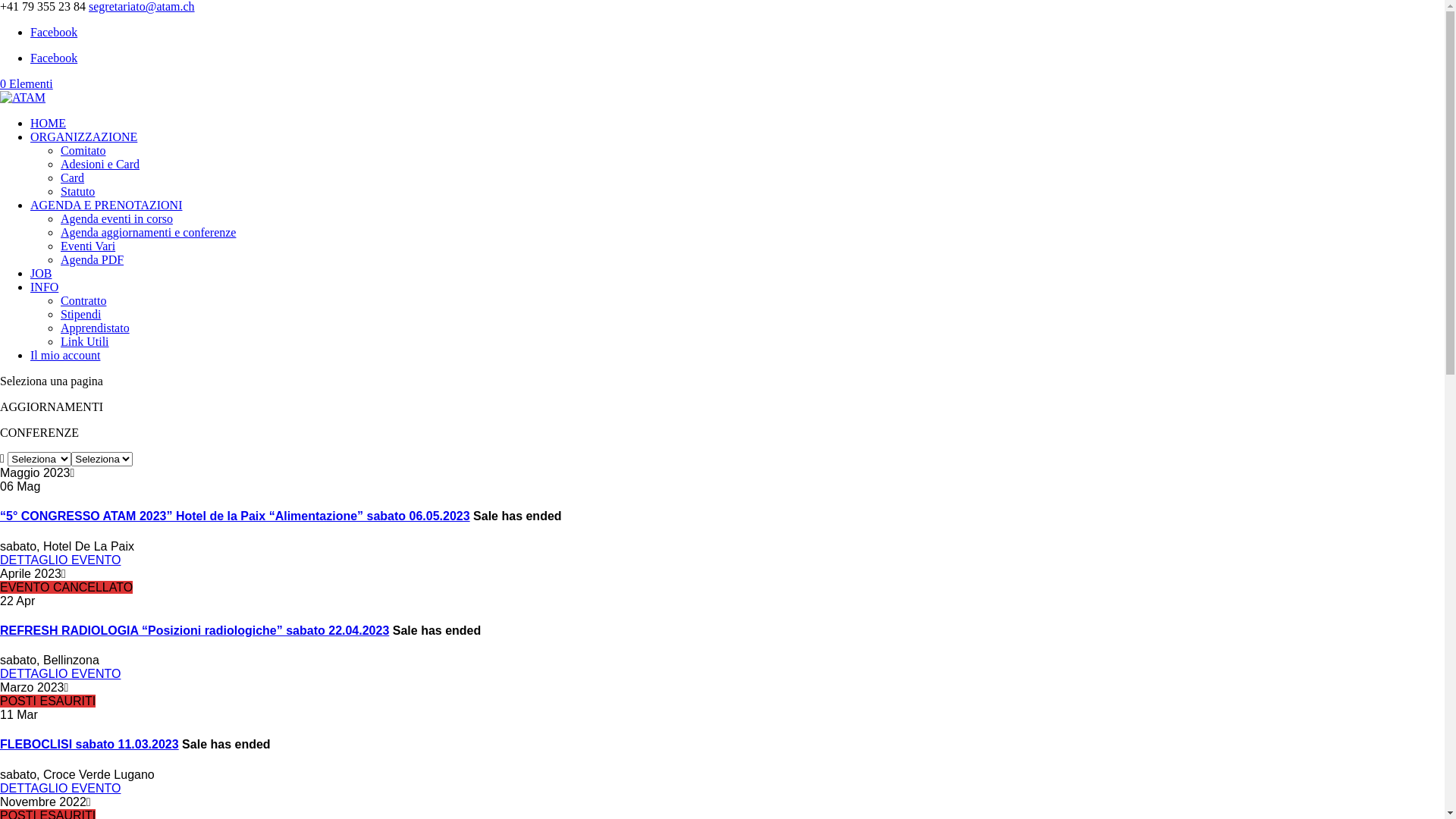 This screenshot has height=819, width=1456. What do you see at coordinates (60, 560) in the screenshot?
I see `'DETTAGLIO EVENTO'` at bounding box center [60, 560].